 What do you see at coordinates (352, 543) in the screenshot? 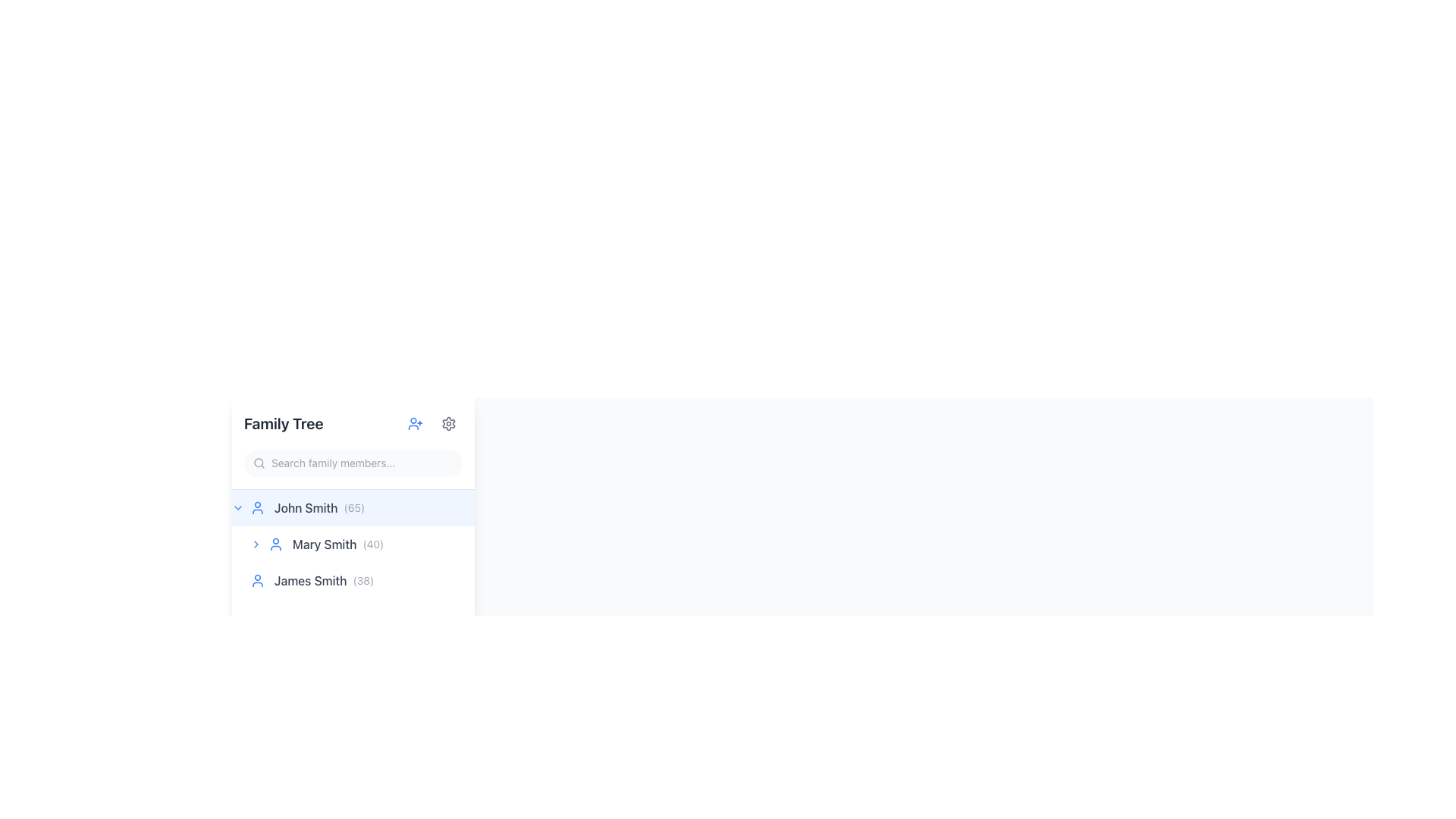
I see `the arrow icon next to 'Mary Smith'` at bounding box center [352, 543].